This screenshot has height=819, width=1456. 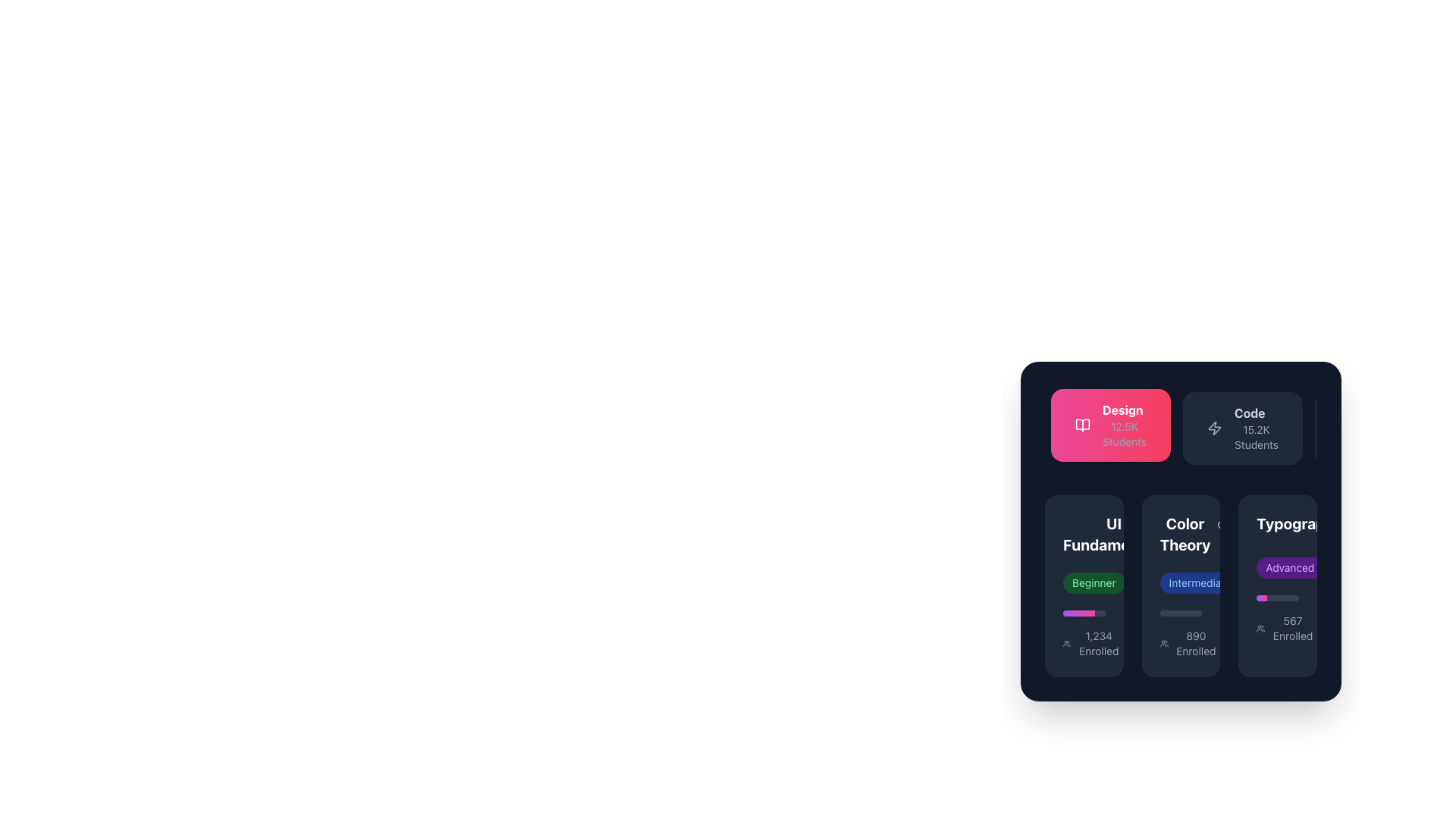 What do you see at coordinates (1339, 567) in the screenshot?
I see `the time-related icon located on the right side of the course information panel for 'Typography'` at bounding box center [1339, 567].